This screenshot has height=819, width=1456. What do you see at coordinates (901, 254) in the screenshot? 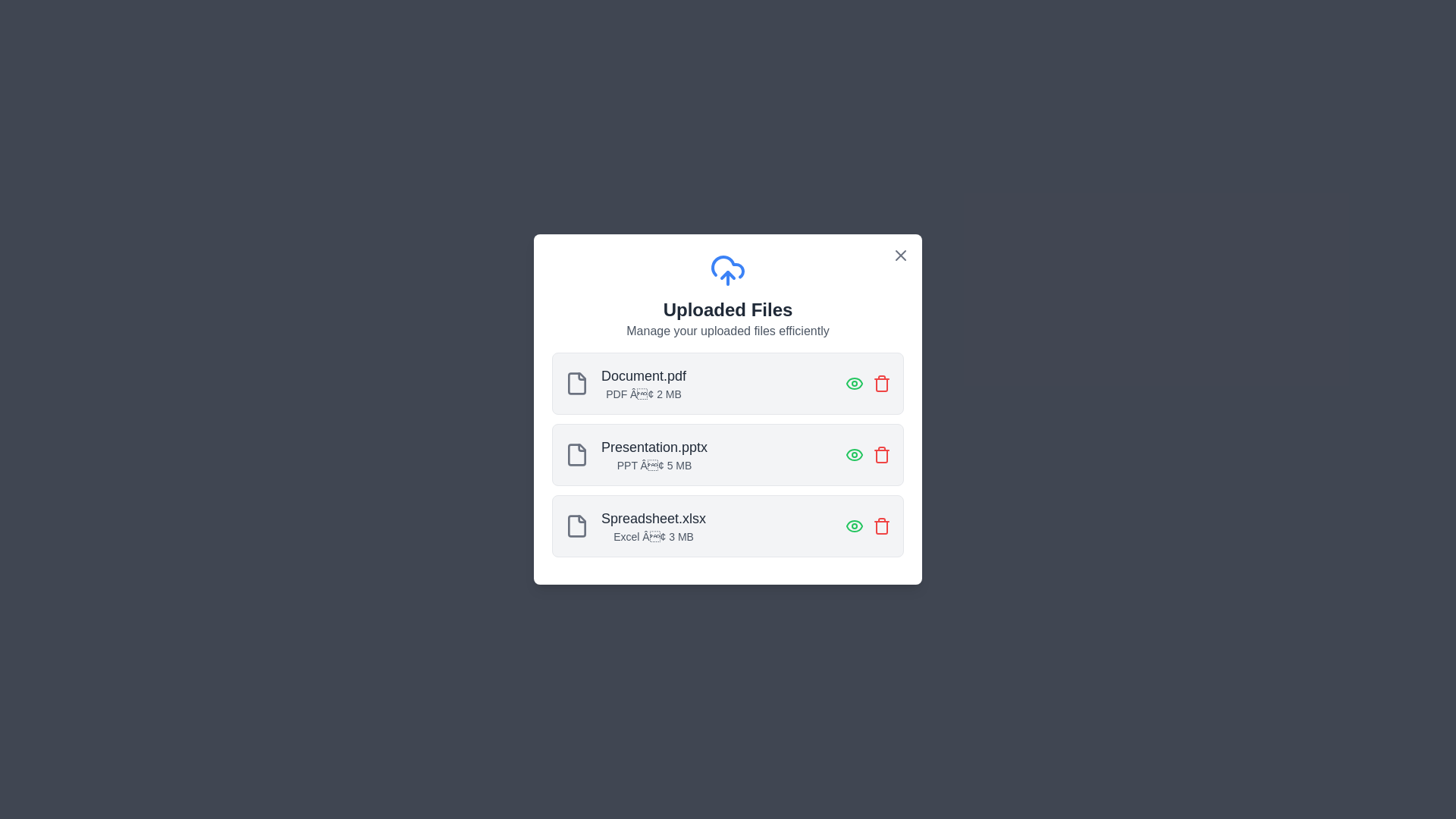
I see `the close button located at the top-right corner of the 'Uploaded Files' modal dialog` at bounding box center [901, 254].